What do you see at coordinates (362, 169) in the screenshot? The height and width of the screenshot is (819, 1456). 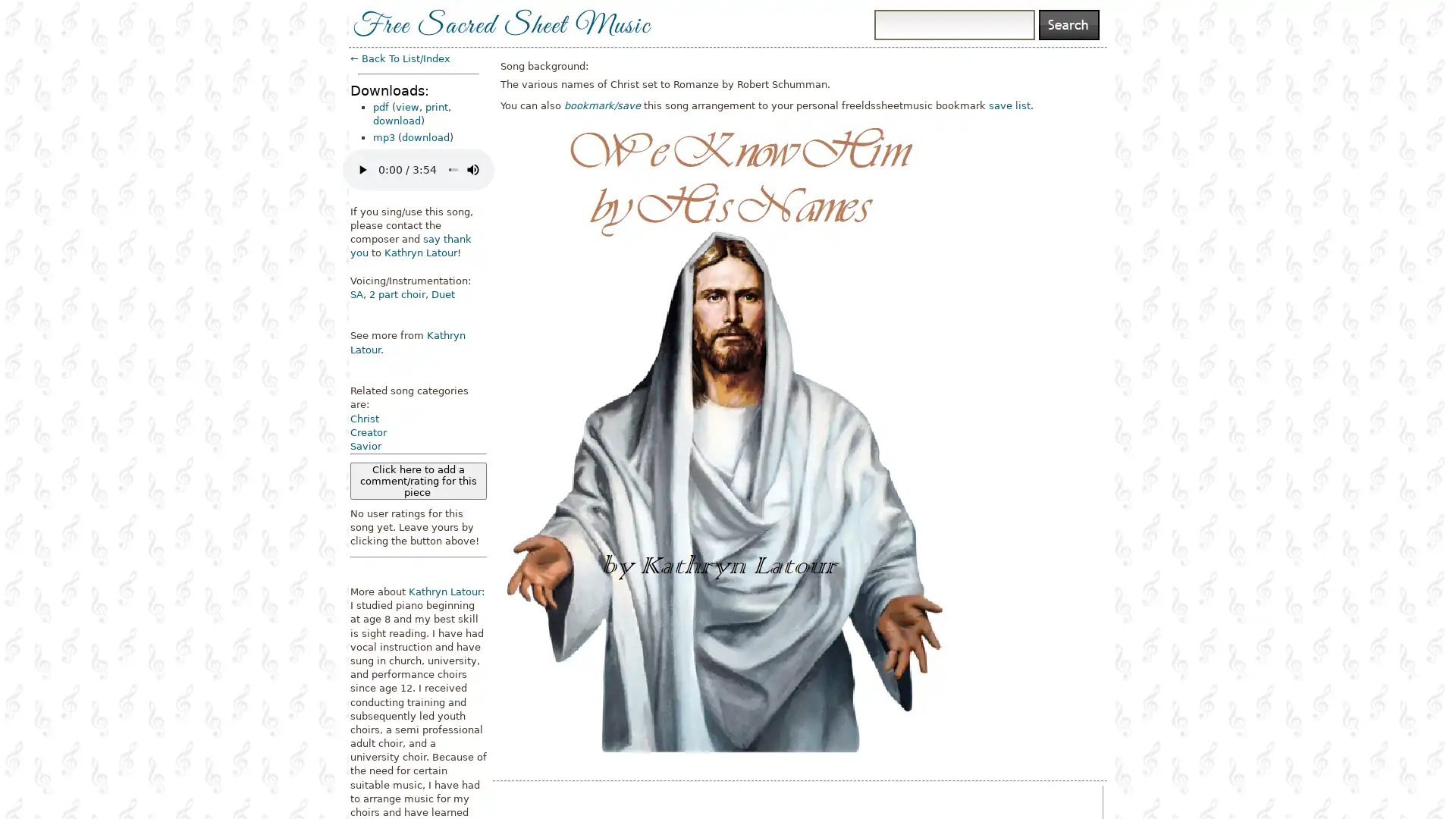 I see `play` at bounding box center [362, 169].